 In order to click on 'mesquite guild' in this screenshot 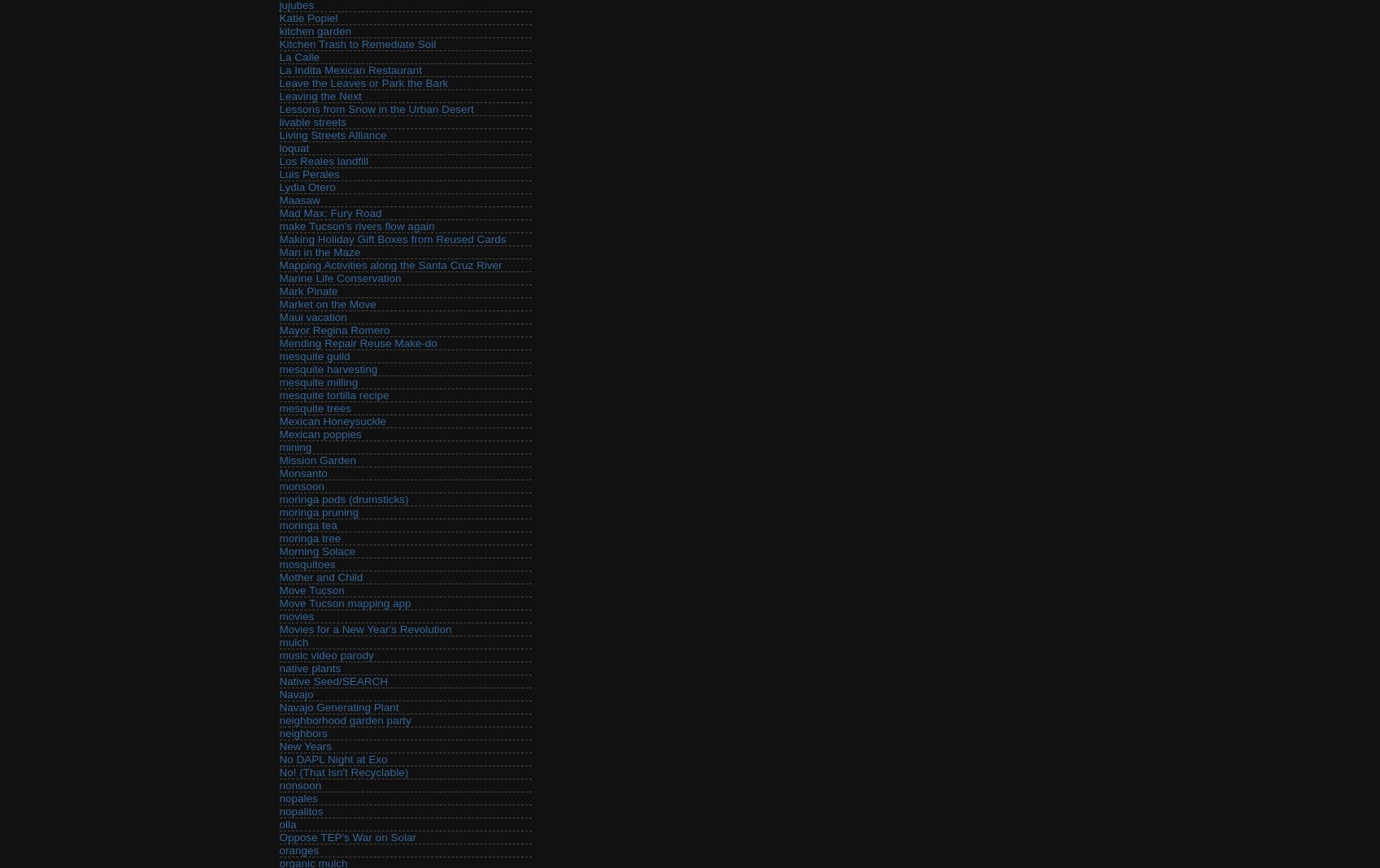, I will do `click(314, 356)`.